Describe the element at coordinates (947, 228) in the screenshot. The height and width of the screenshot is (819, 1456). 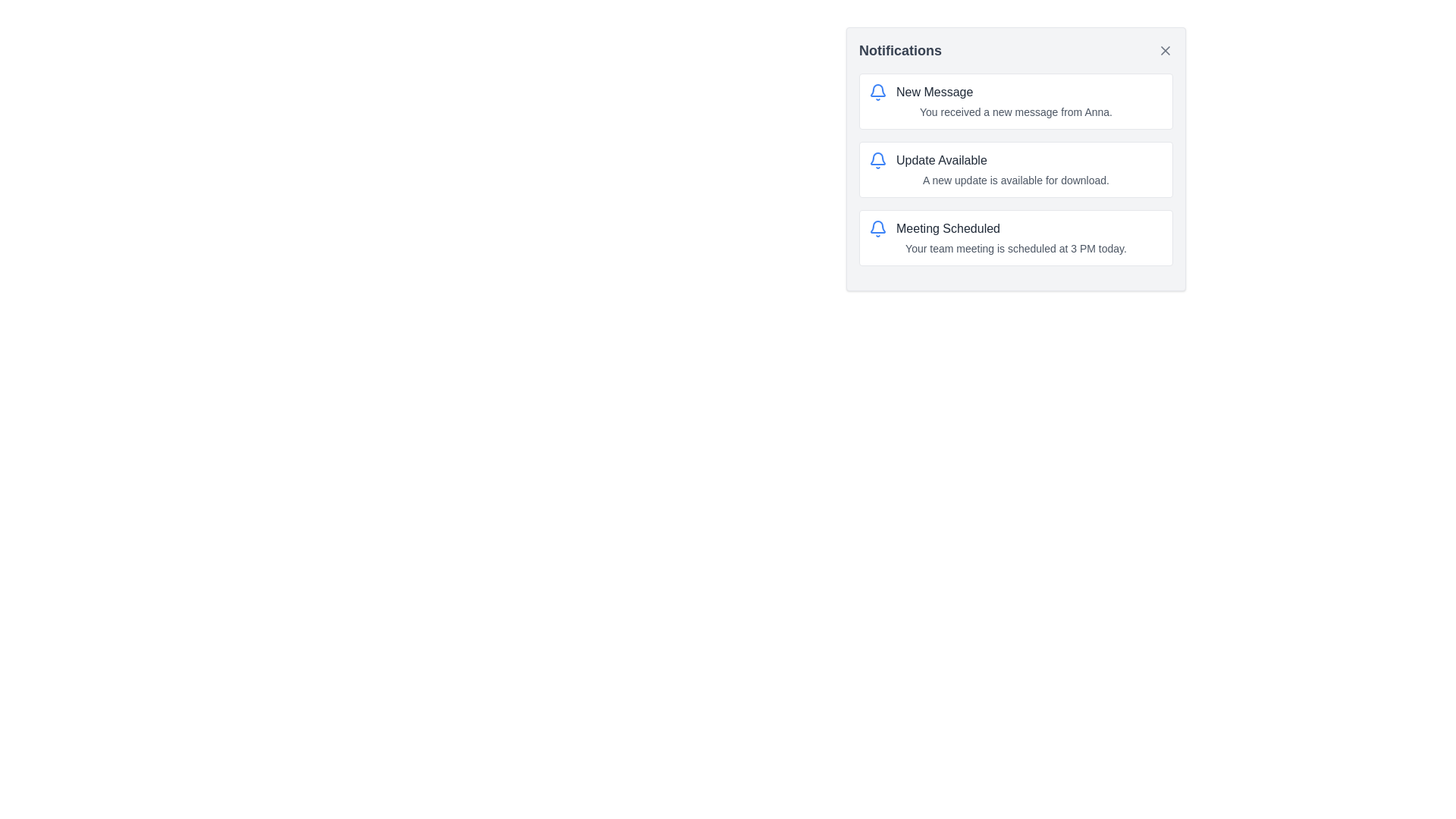
I see `the text label that serves as the heading for the scheduled meeting notification, which is the third item in the list of notification entries` at that location.